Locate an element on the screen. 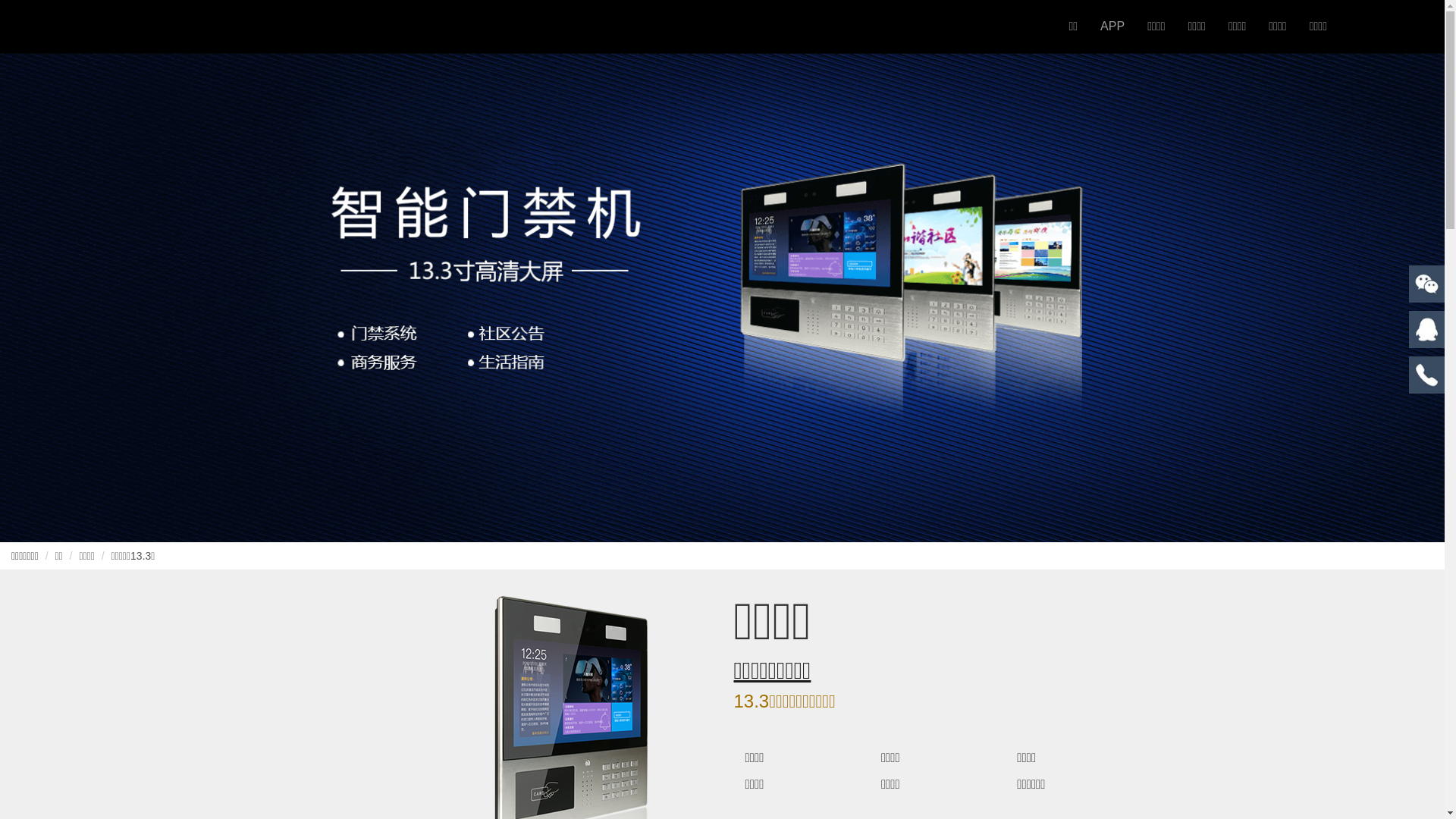 This screenshot has width=1456, height=819. 'APP' is located at coordinates (1087, 26).